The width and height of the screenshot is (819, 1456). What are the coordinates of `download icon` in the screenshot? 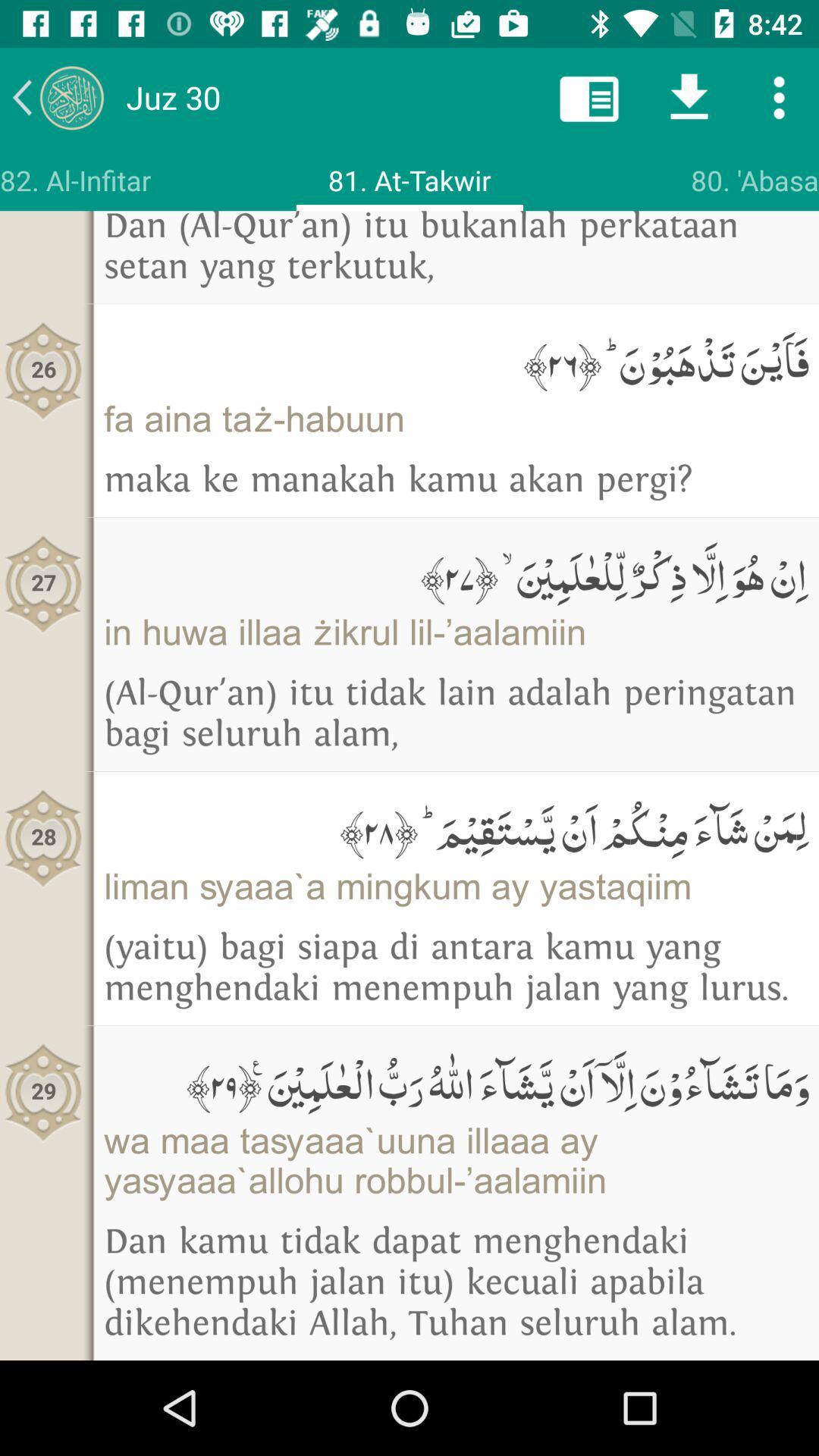 It's located at (689, 96).